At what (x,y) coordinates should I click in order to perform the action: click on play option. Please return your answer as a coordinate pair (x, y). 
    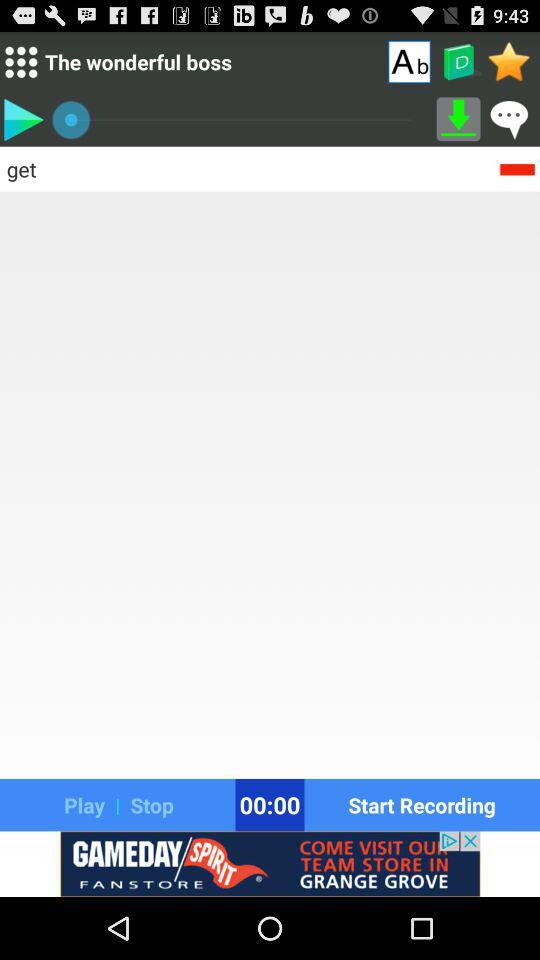
    Looking at the image, I should click on (22, 119).